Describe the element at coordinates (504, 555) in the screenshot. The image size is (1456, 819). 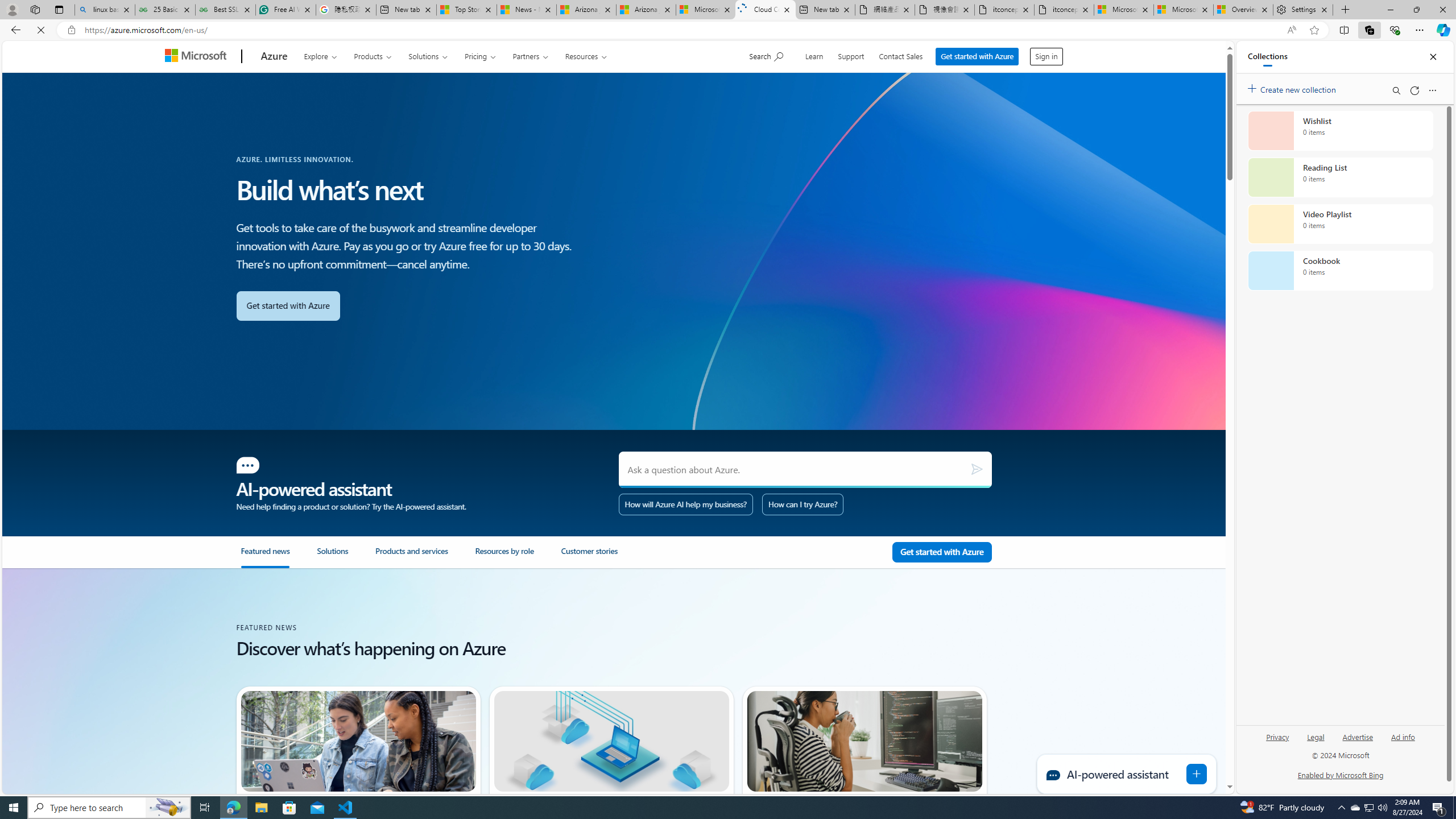
I see `'Resources by role'` at that location.